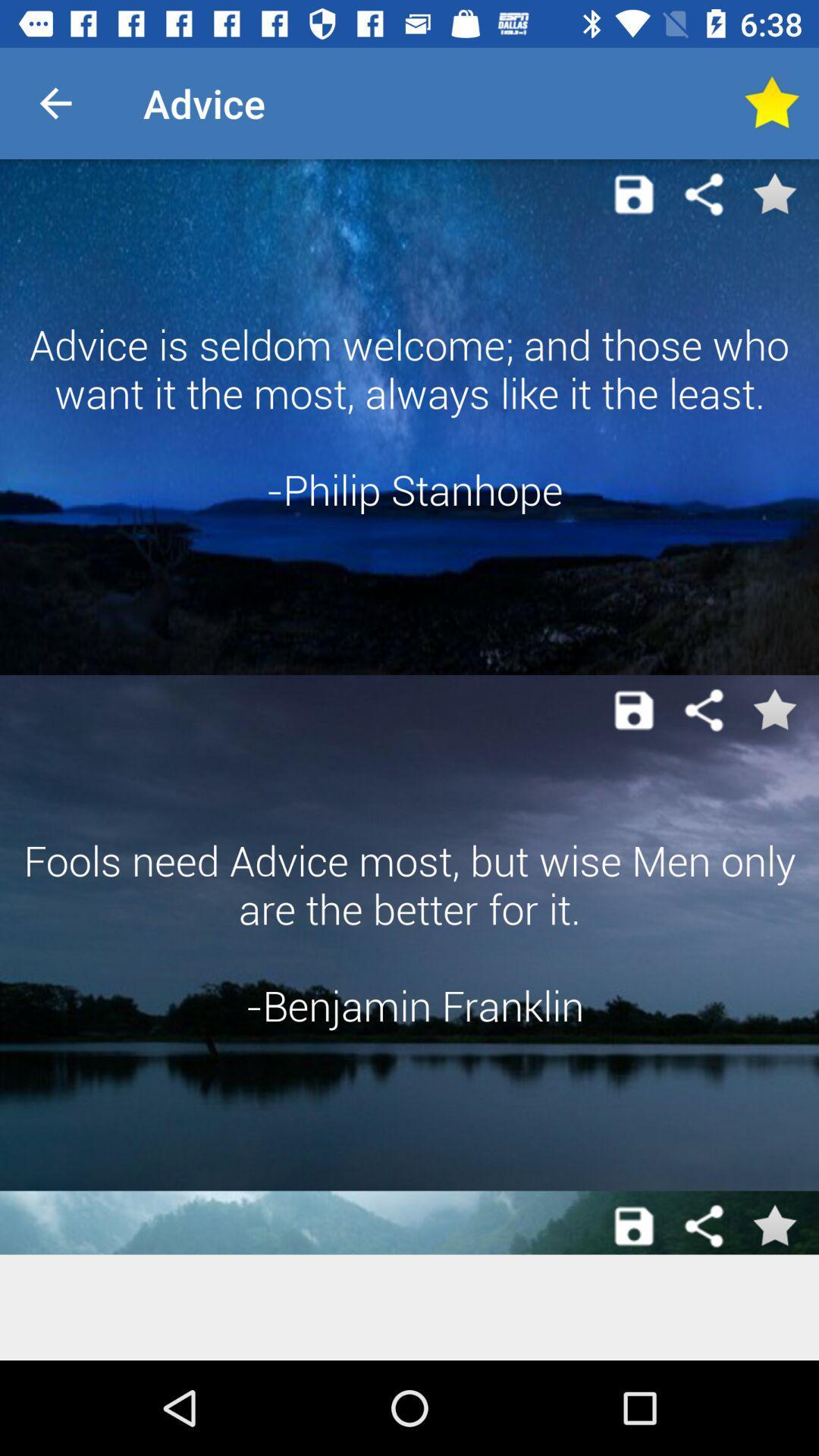 Image resolution: width=819 pixels, height=1456 pixels. I want to click on to favorite, so click(773, 1226).